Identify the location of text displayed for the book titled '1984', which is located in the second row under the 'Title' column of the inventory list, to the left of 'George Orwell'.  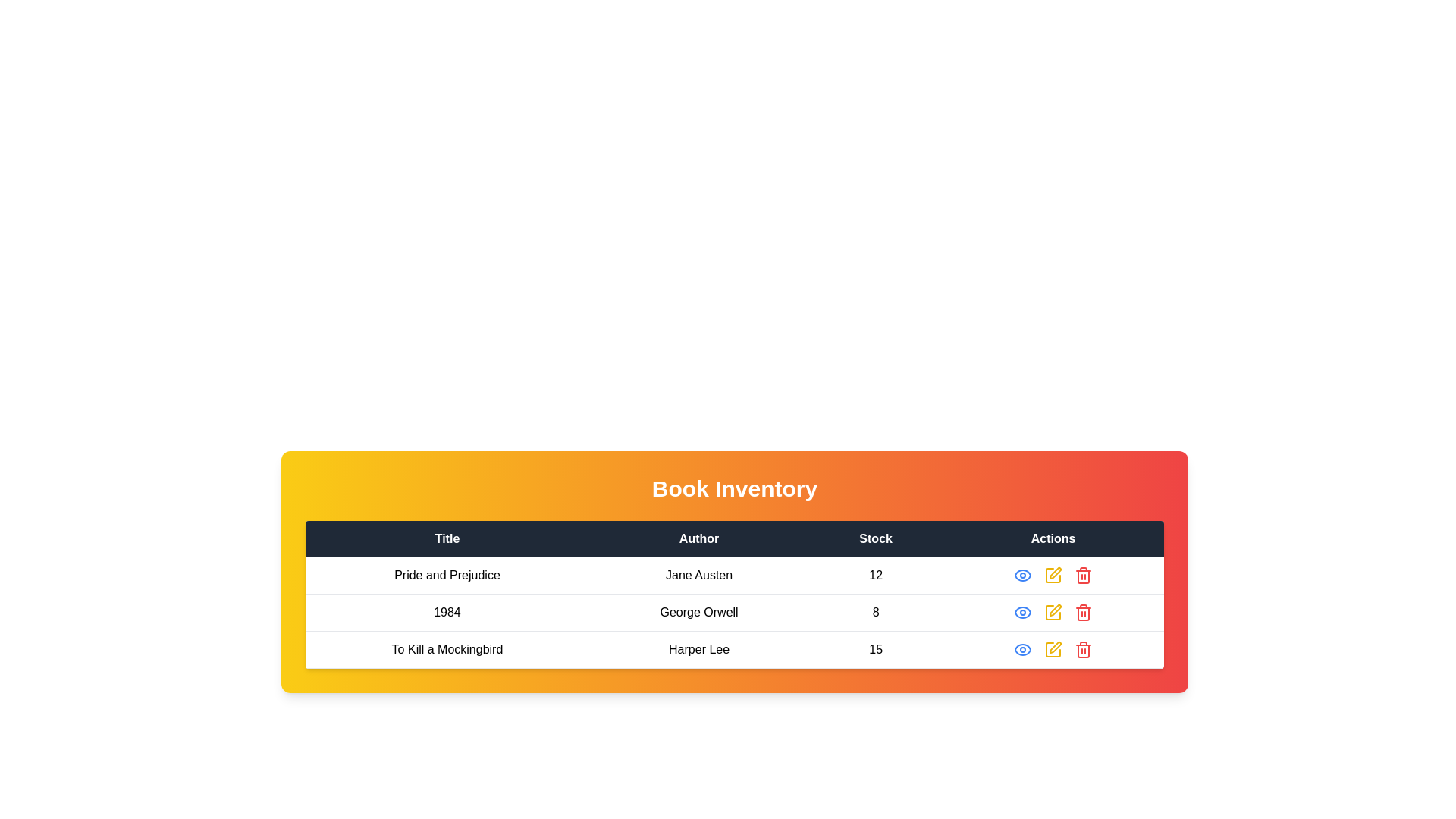
(447, 611).